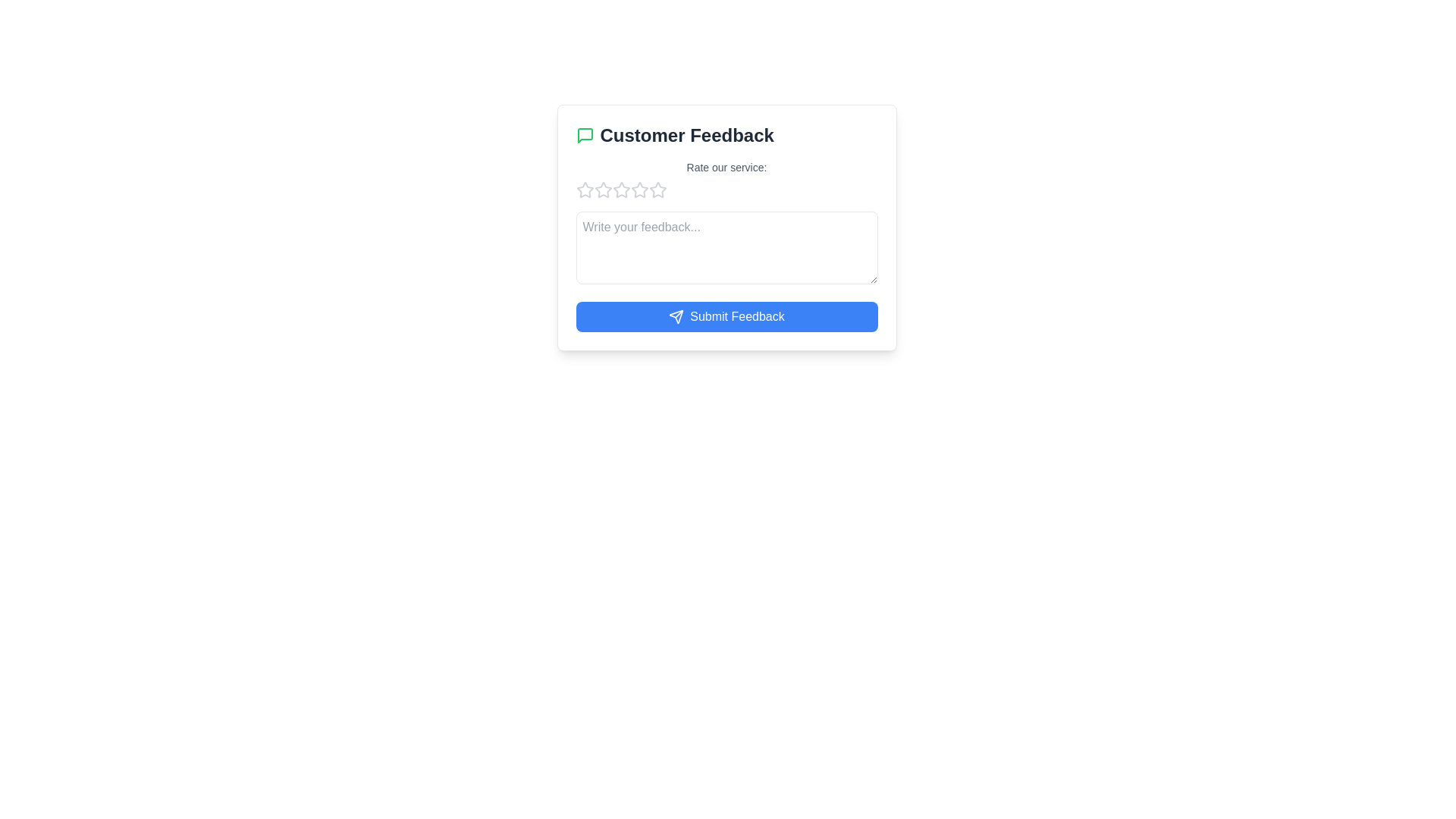 The width and height of the screenshot is (1456, 819). I want to click on the paper airplane icon located on the left side of the 'Submit Feedback' button, which is blue and features a sharp angular design, so click(676, 315).